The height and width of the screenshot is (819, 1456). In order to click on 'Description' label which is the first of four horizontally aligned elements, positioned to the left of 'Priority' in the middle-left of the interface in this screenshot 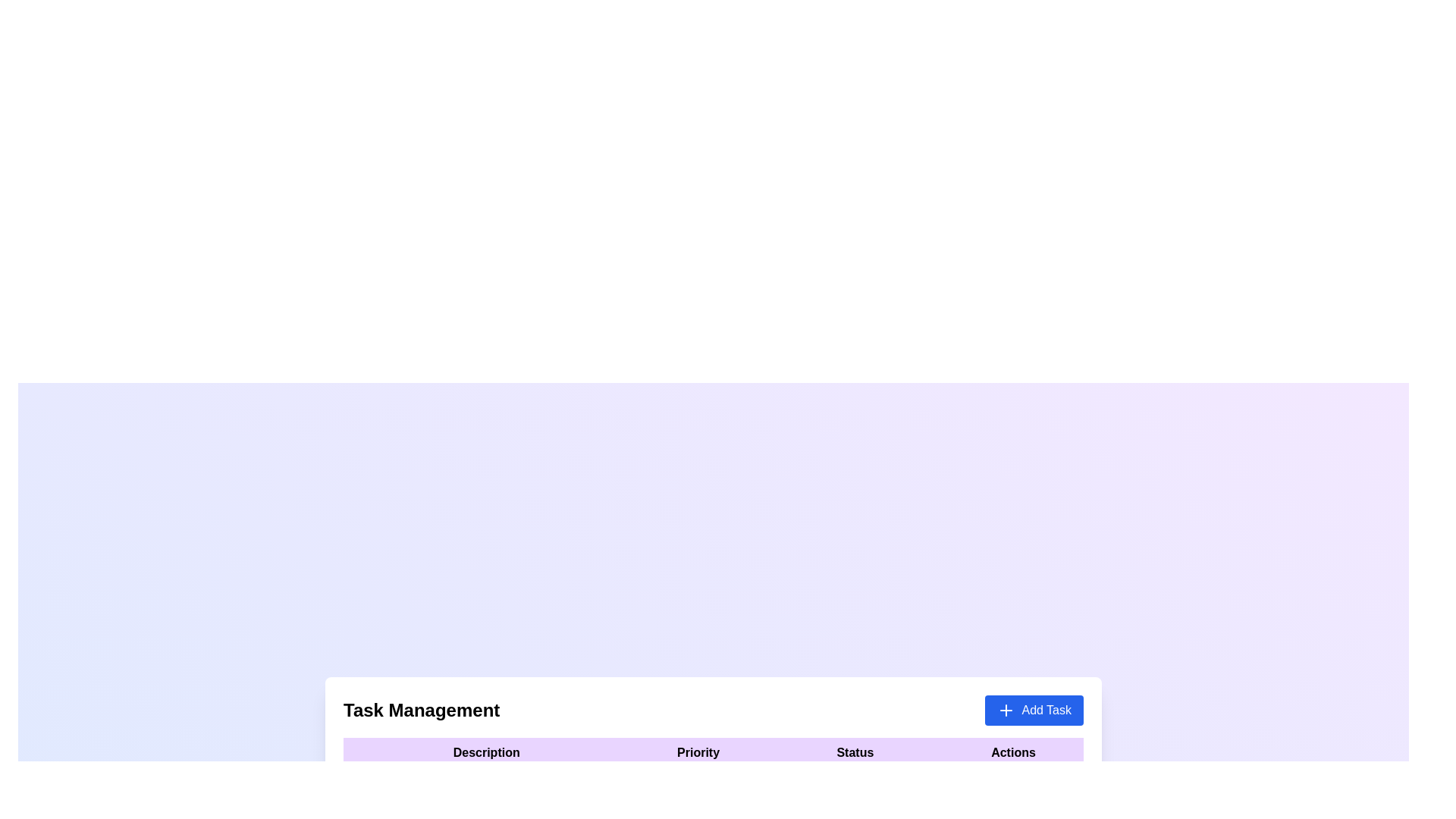, I will do `click(486, 752)`.